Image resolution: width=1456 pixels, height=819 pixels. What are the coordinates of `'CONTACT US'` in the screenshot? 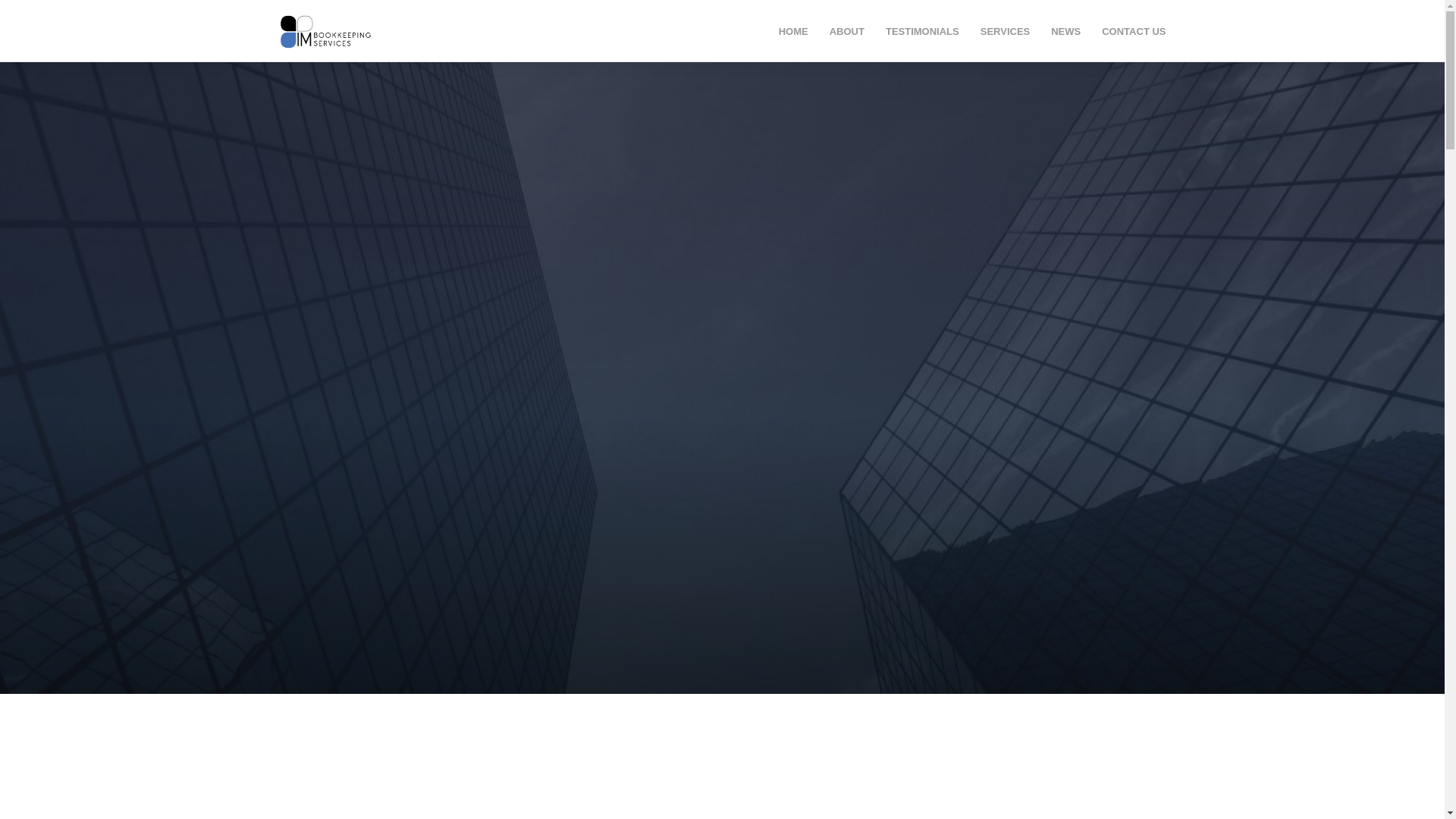 It's located at (1102, 31).